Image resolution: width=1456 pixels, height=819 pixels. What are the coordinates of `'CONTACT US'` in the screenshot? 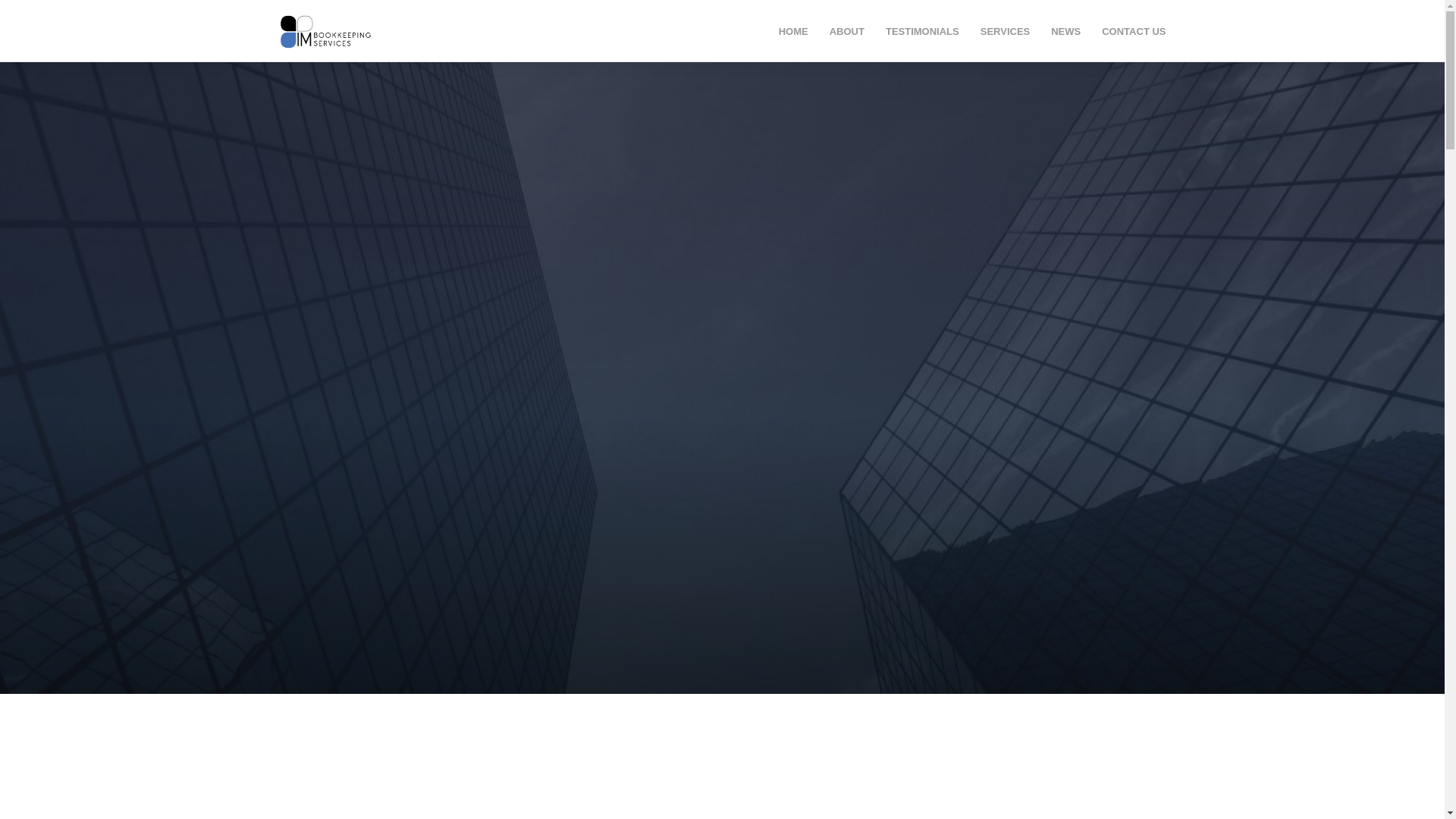 It's located at (1102, 31).